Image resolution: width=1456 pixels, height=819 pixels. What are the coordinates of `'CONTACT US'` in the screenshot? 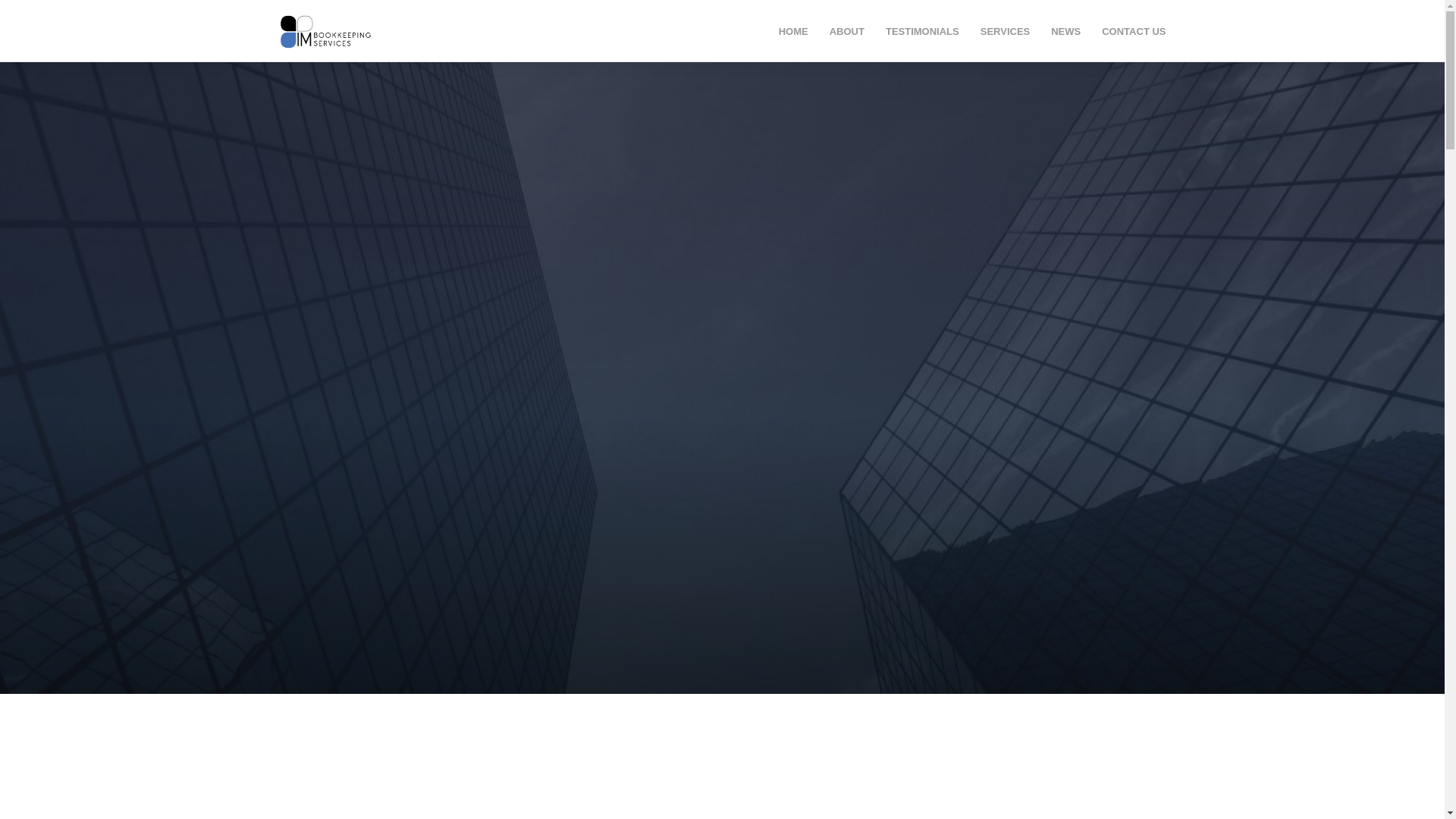 It's located at (1102, 31).